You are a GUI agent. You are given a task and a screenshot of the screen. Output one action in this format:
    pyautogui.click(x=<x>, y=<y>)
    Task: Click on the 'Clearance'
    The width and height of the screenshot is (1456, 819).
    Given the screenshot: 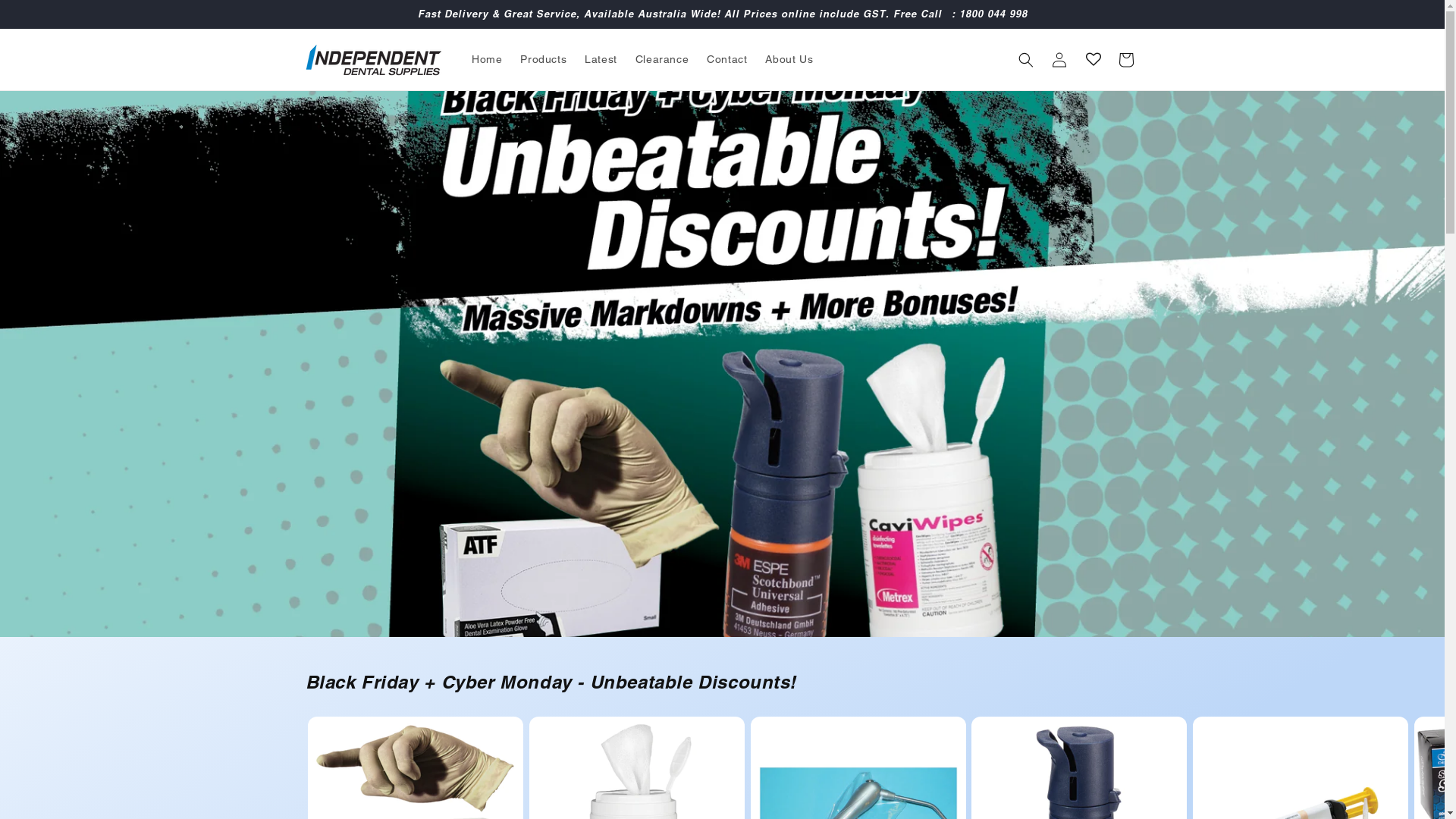 What is the action you would take?
    pyautogui.click(x=626, y=58)
    